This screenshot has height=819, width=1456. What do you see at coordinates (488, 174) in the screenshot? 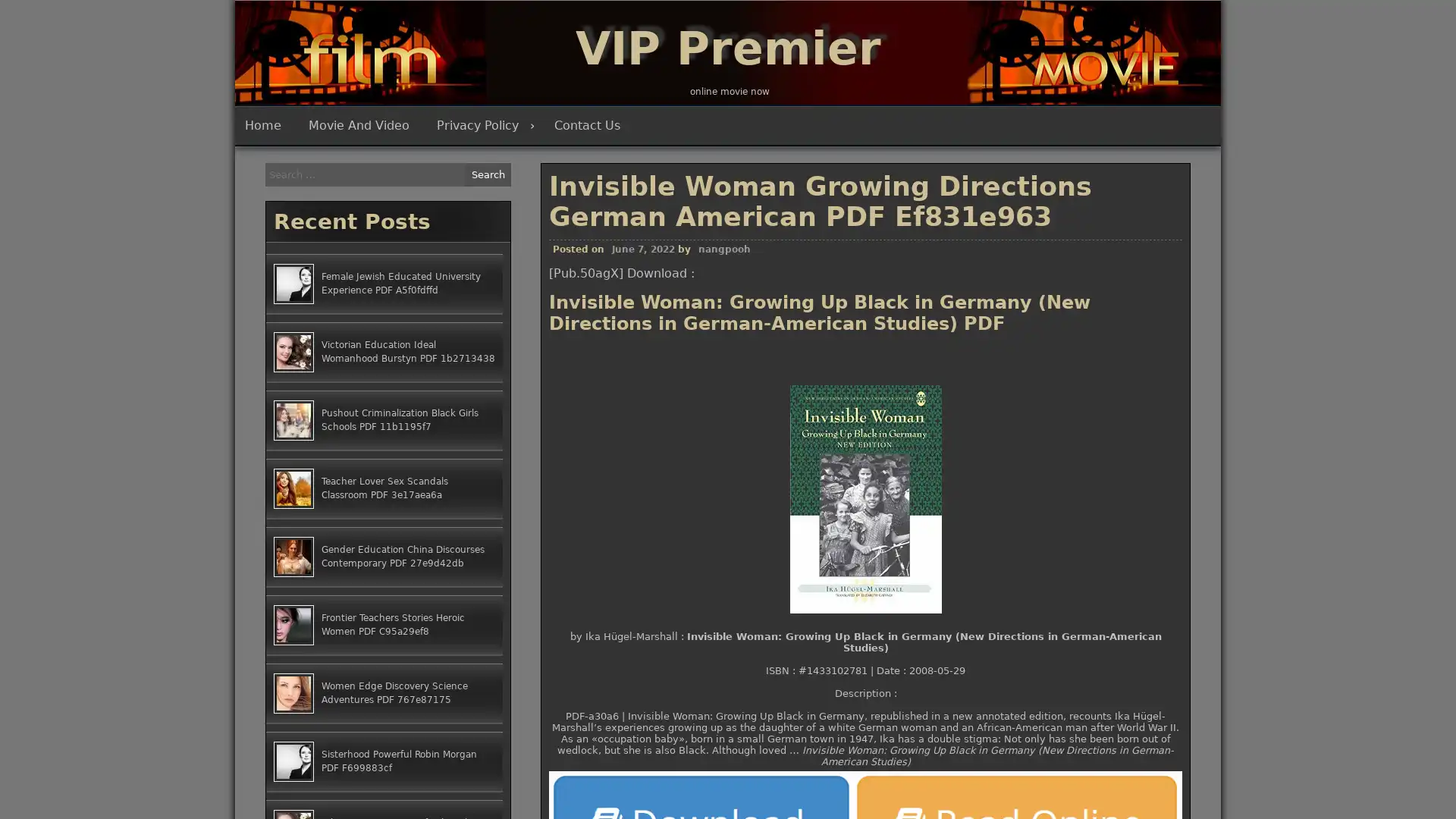
I see `Search` at bounding box center [488, 174].